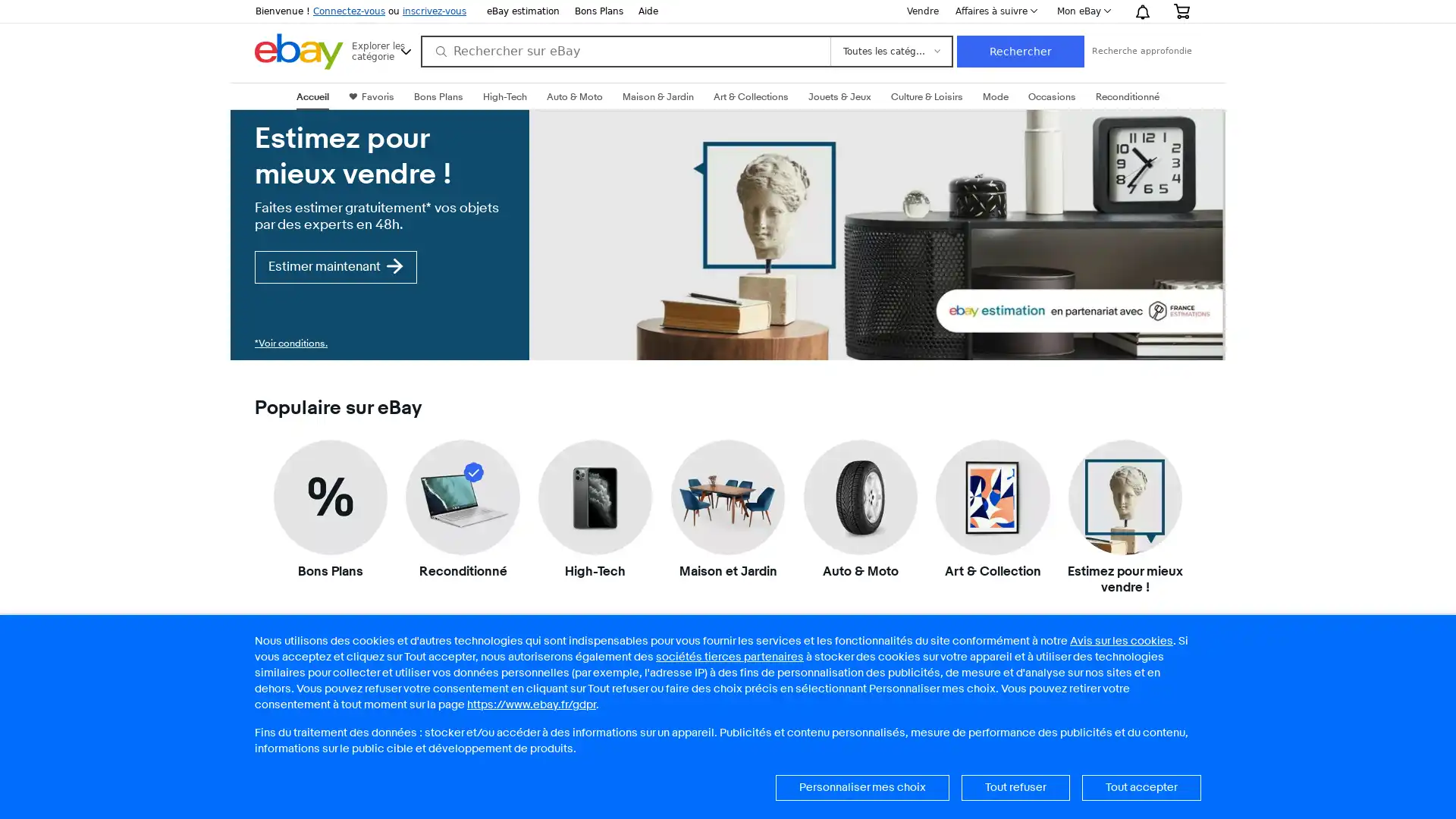 Image resolution: width=1456 pixels, height=819 pixels. What do you see at coordinates (266, 798) in the screenshot?
I see `Diapositive precedente - Bons plans` at bounding box center [266, 798].